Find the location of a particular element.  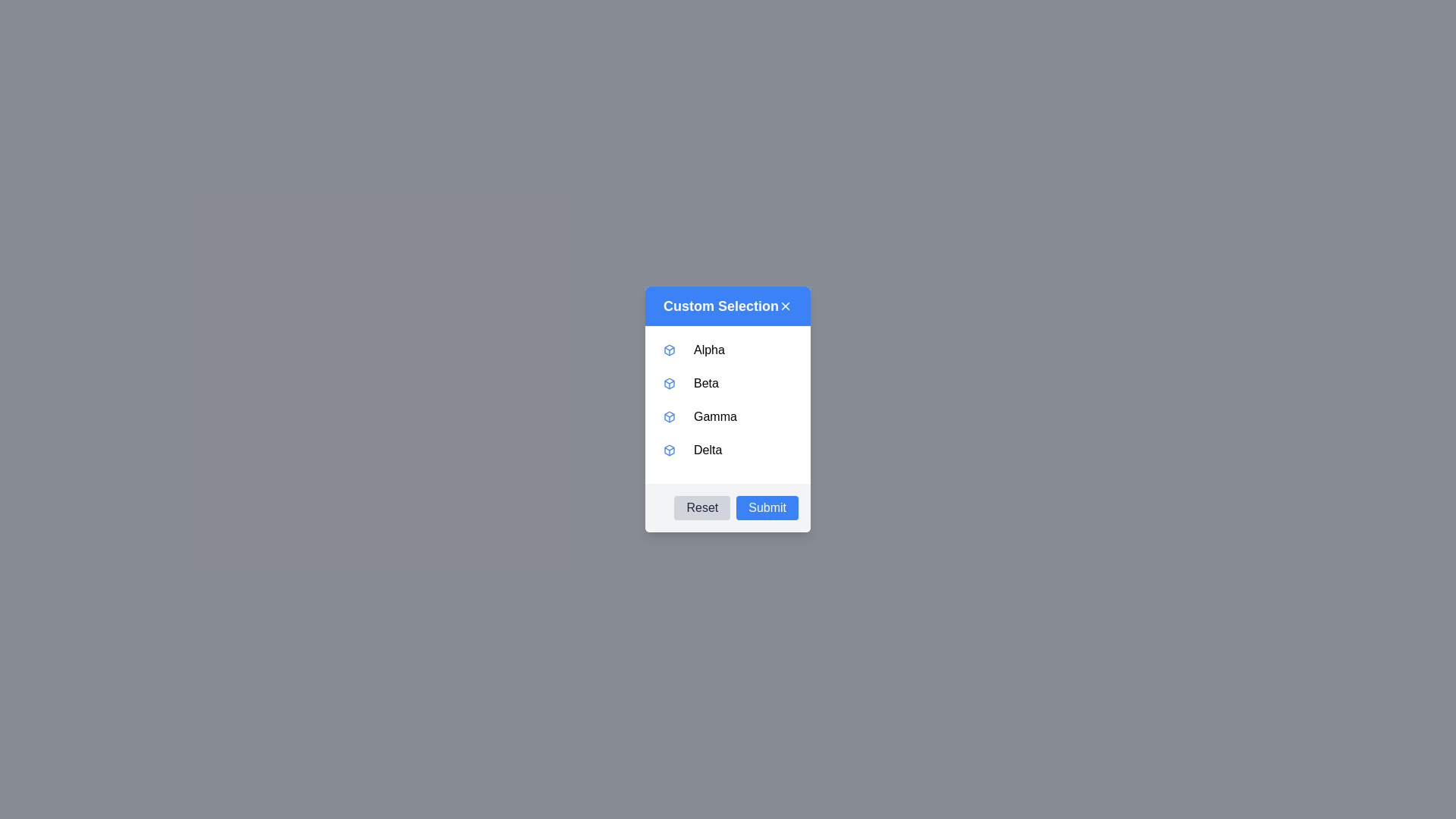

the blue bordered hexagonal icon located to the left of the text 'Beta' in the 'Custom Selection' modal is located at coordinates (669, 382).